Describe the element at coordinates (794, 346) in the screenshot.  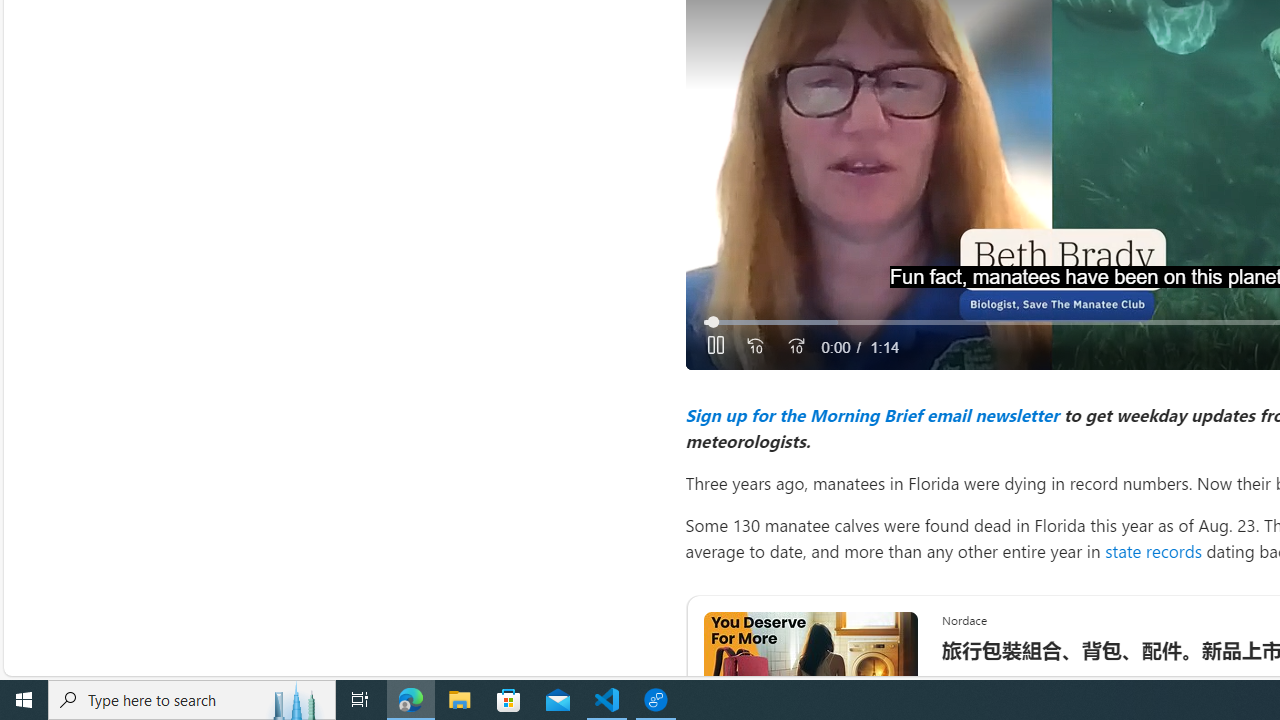
I see `'Seek Forward'` at that location.